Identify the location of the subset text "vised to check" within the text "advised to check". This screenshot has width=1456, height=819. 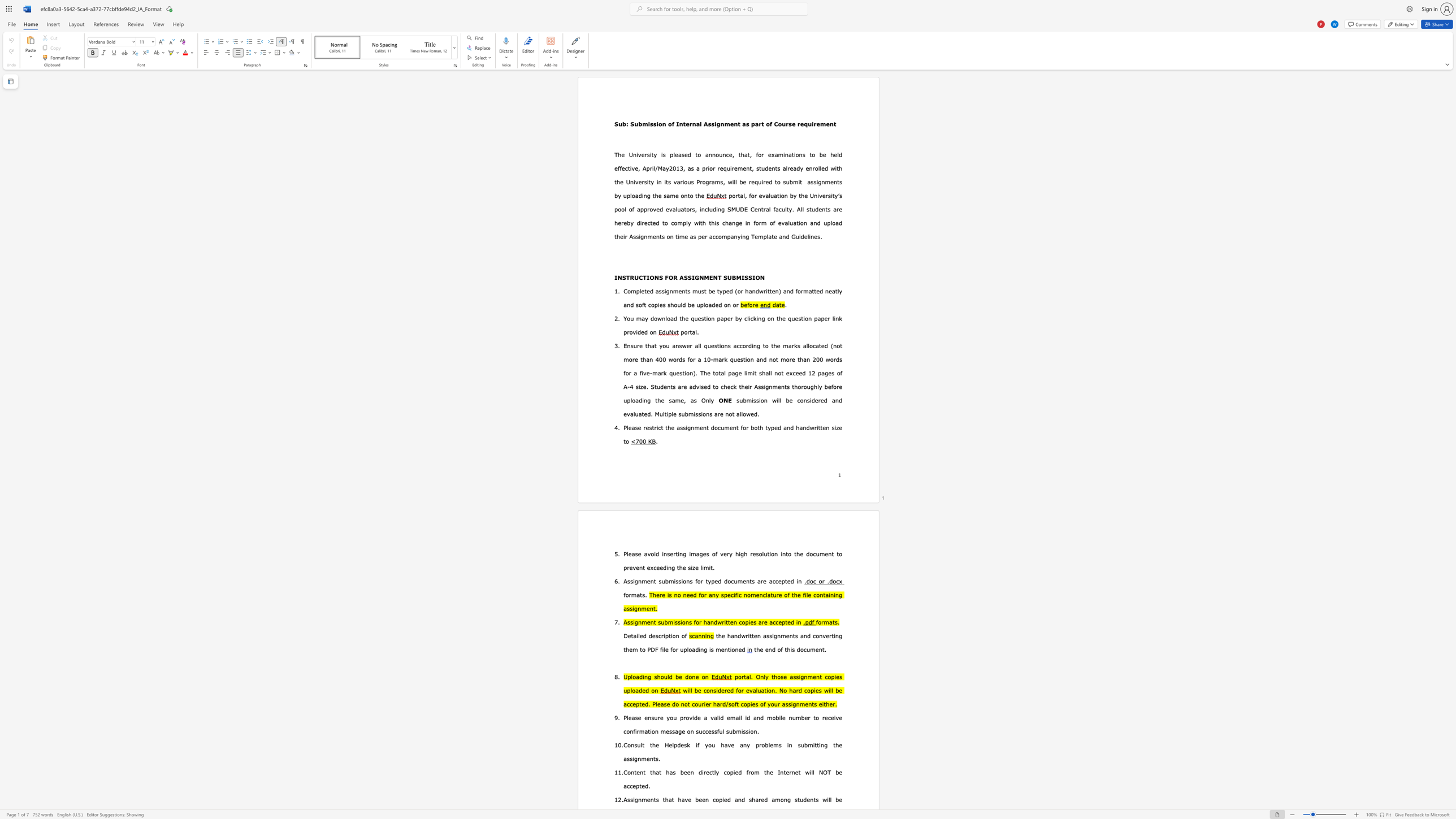
(696, 385).